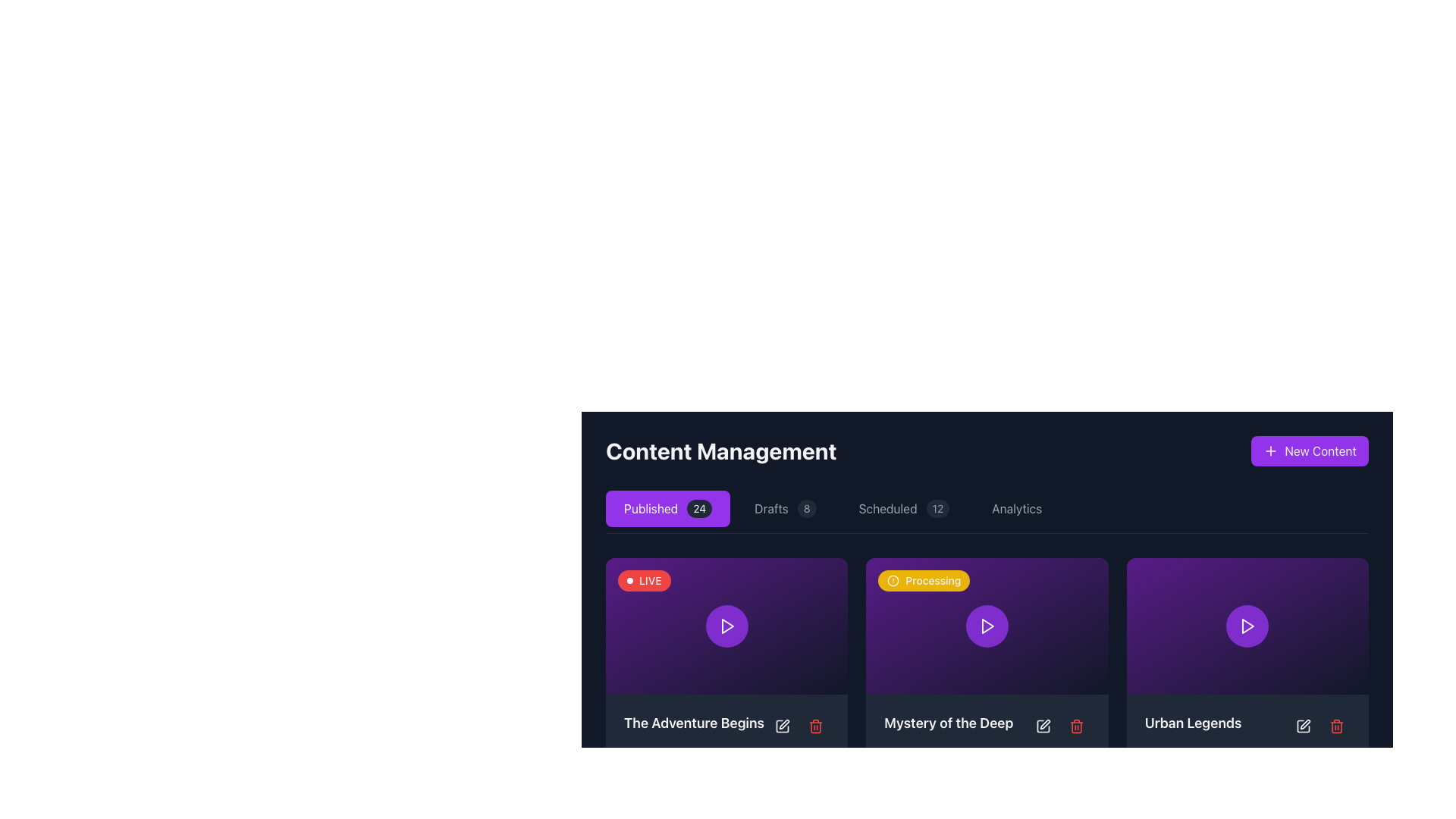 The image size is (1456, 819). I want to click on the status badge text label indicating the processing status of the associated content item in the 'Mystery of the Deep' section, located at the top-left corner above the purple card, so click(932, 580).